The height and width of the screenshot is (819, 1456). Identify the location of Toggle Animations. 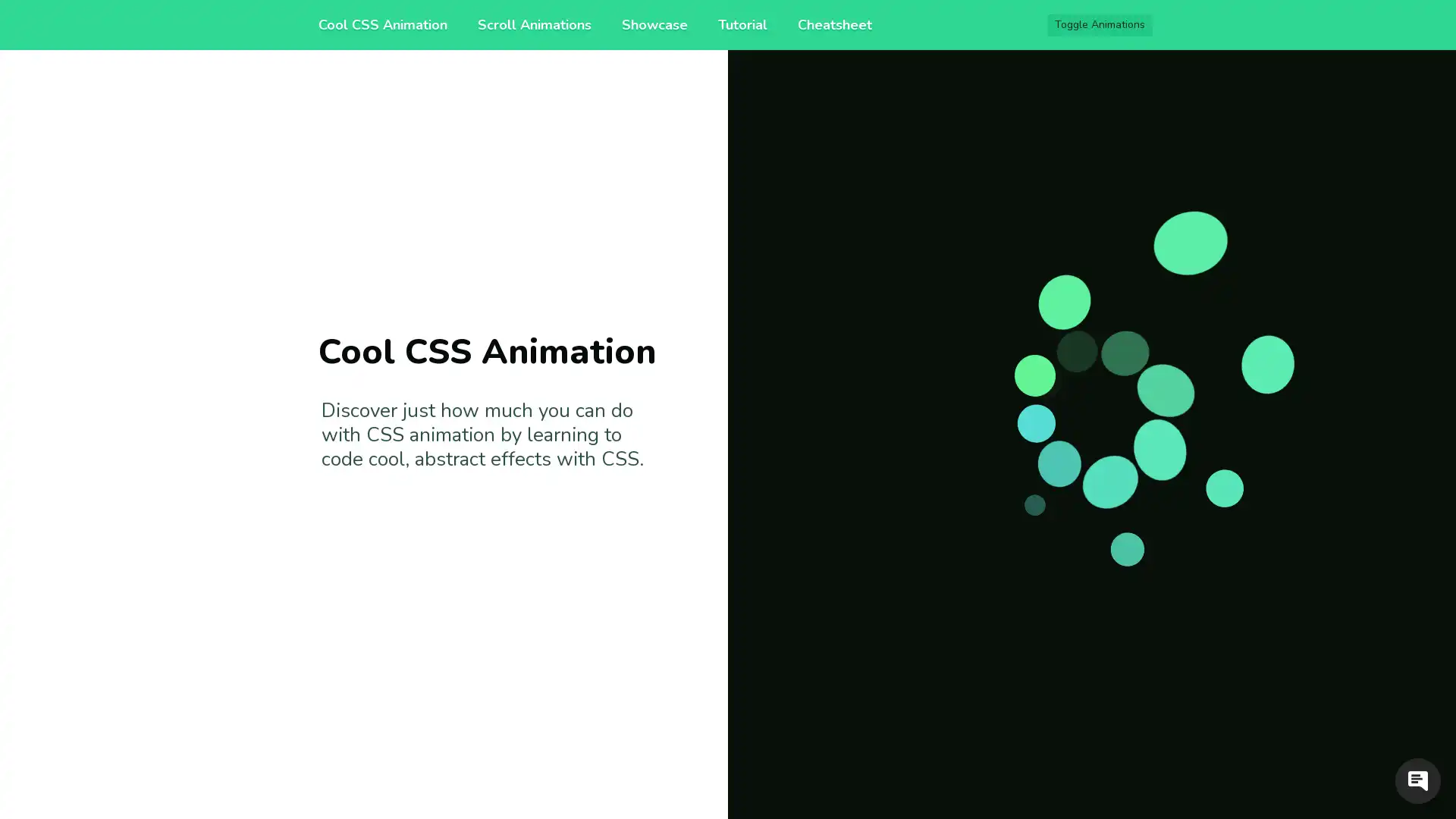
(1100, 25).